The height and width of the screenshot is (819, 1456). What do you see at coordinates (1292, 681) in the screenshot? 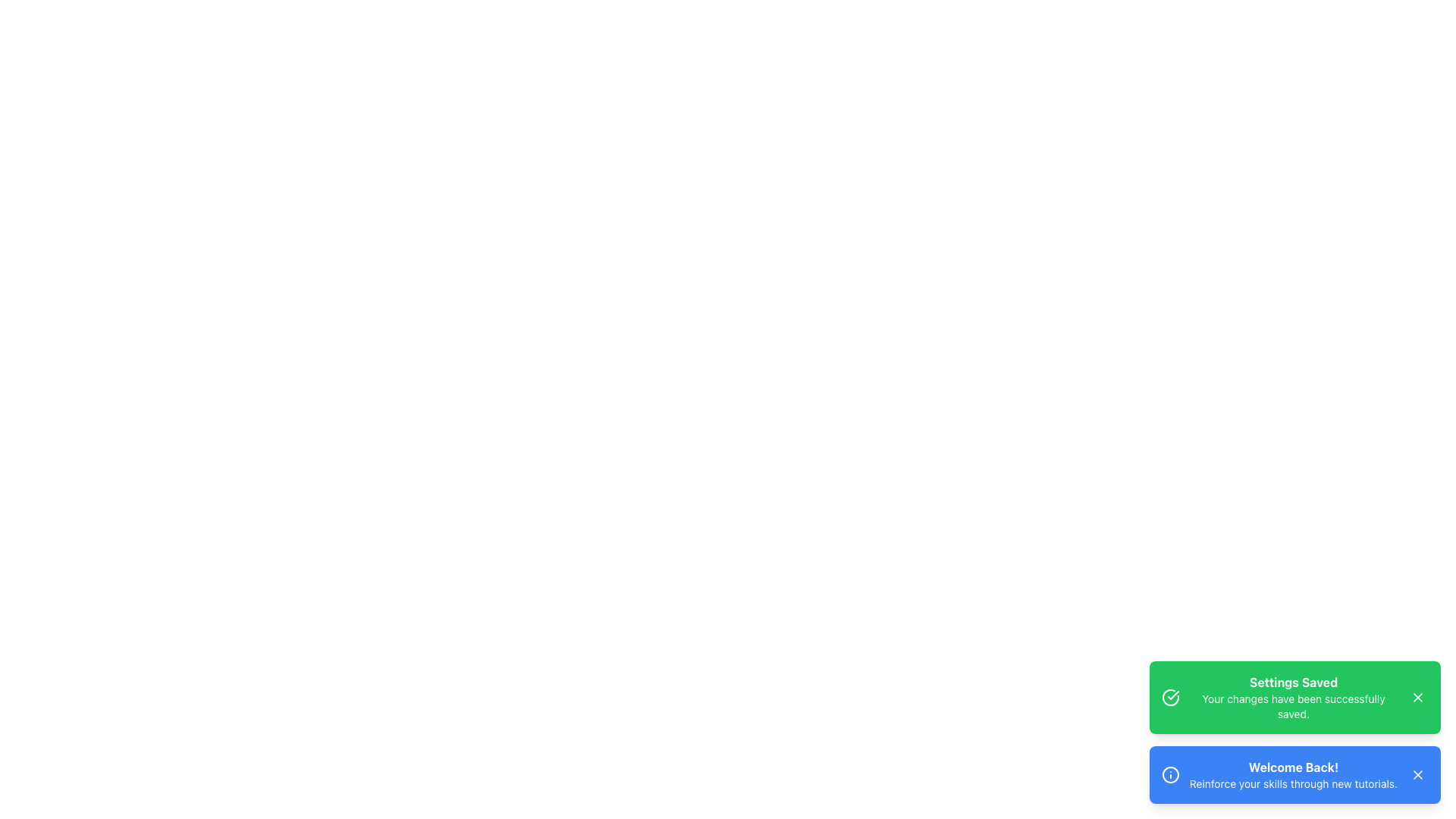
I see `the title text label of the notification card indicating a successful action related to settings, located at the bottom-right corner of the interface` at bounding box center [1292, 681].